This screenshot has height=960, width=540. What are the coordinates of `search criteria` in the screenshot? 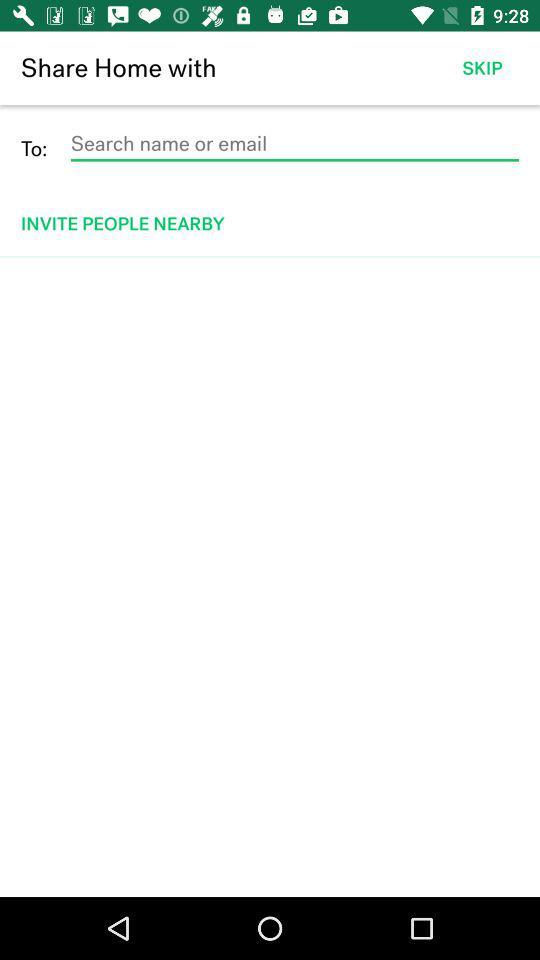 It's located at (293, 143).